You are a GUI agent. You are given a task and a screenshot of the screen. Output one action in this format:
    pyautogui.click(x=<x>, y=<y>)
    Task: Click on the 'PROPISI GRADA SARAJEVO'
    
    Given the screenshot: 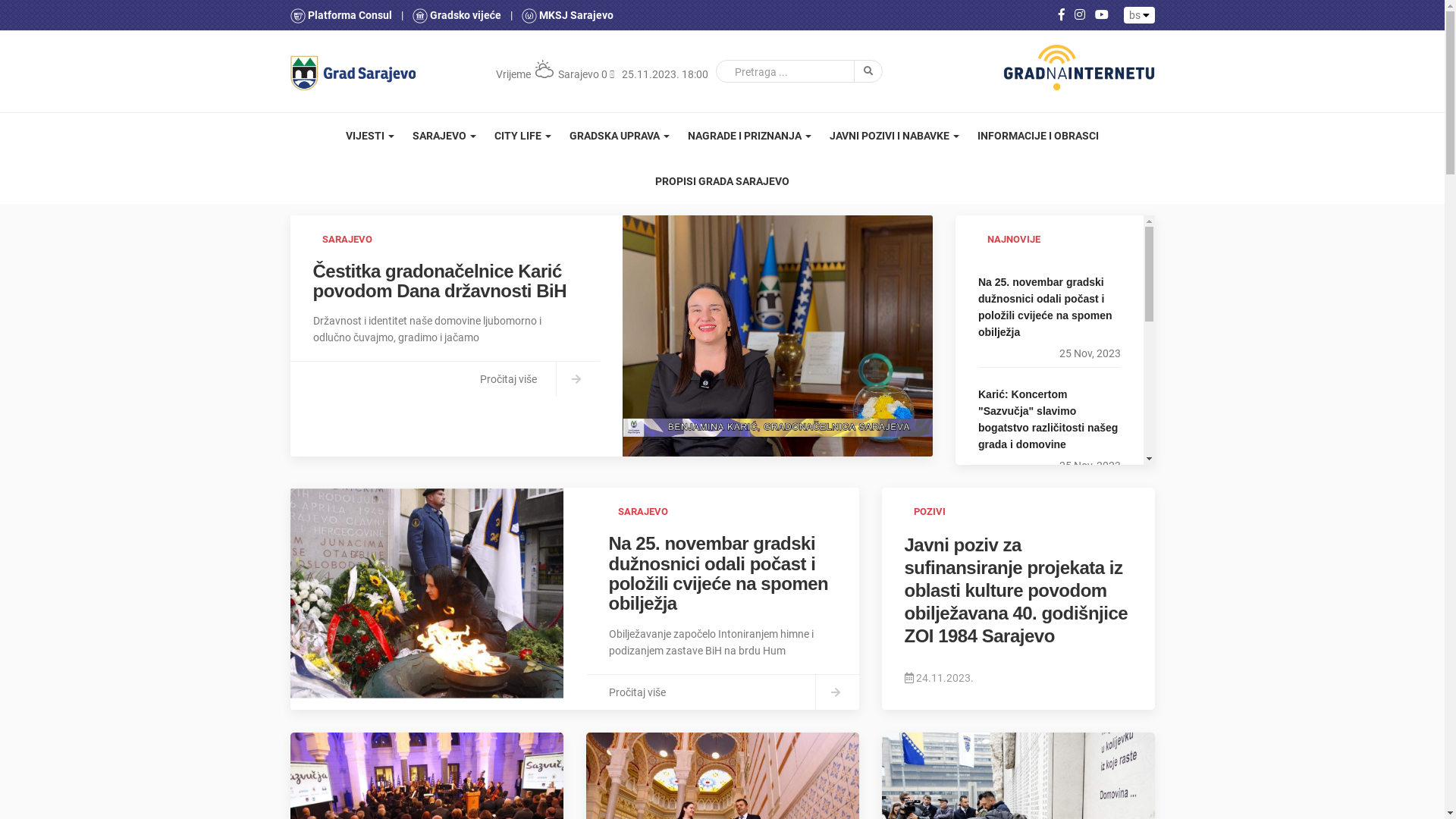 What is the action you would take?
    pyautogui.click(x=721, y=180)
    